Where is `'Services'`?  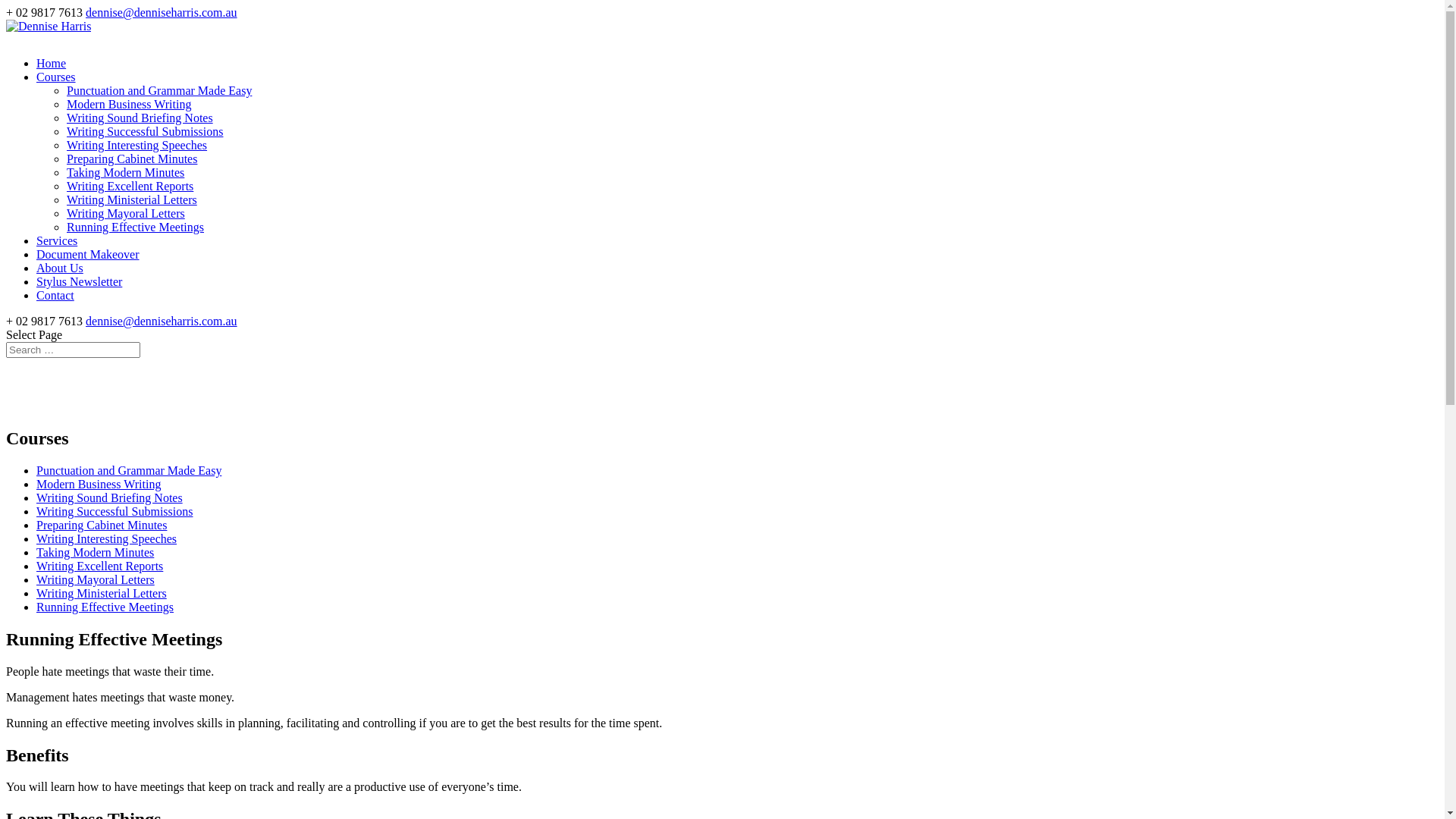 'Services' is located at coordinates (36, 245).